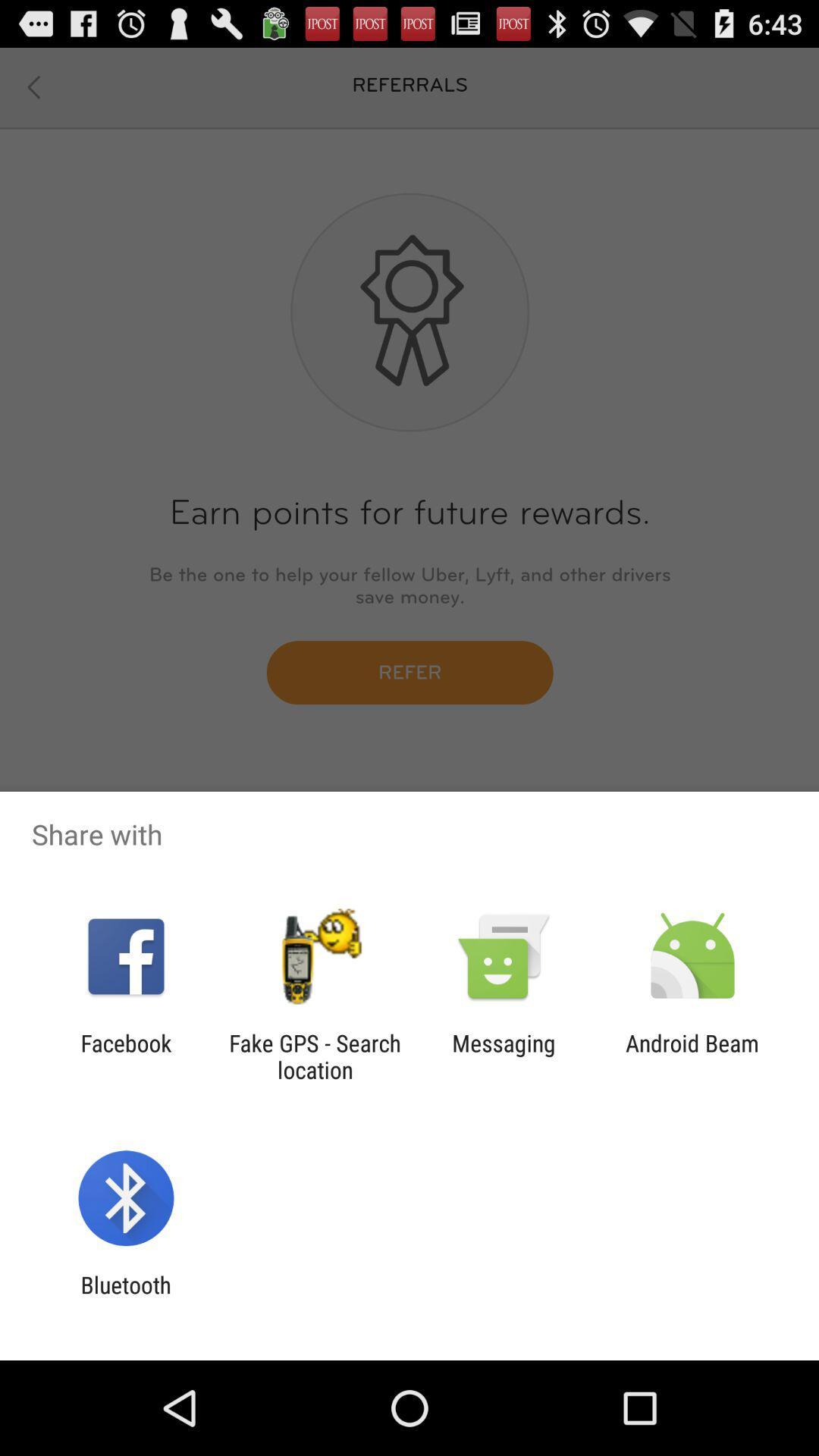  Describe the element at coordinates (314, 1056) in the screenshot. I see `the app next to messaging app` at that location.